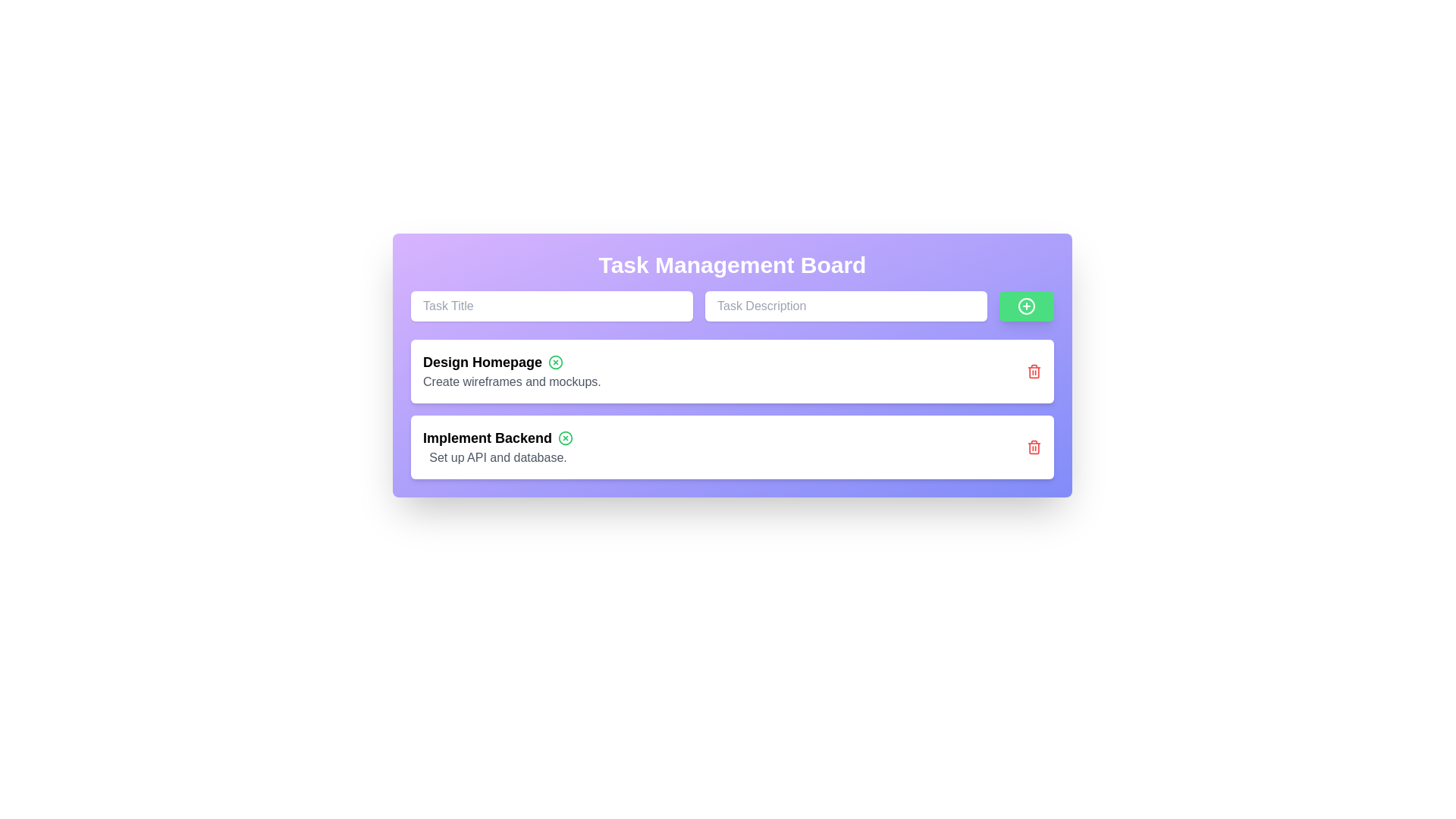 This screenshot has height=819, width=1456. I want to click on the interactive icon located in the upper task row, adjacent to the title 'Design Homepage', so click(555, 362).